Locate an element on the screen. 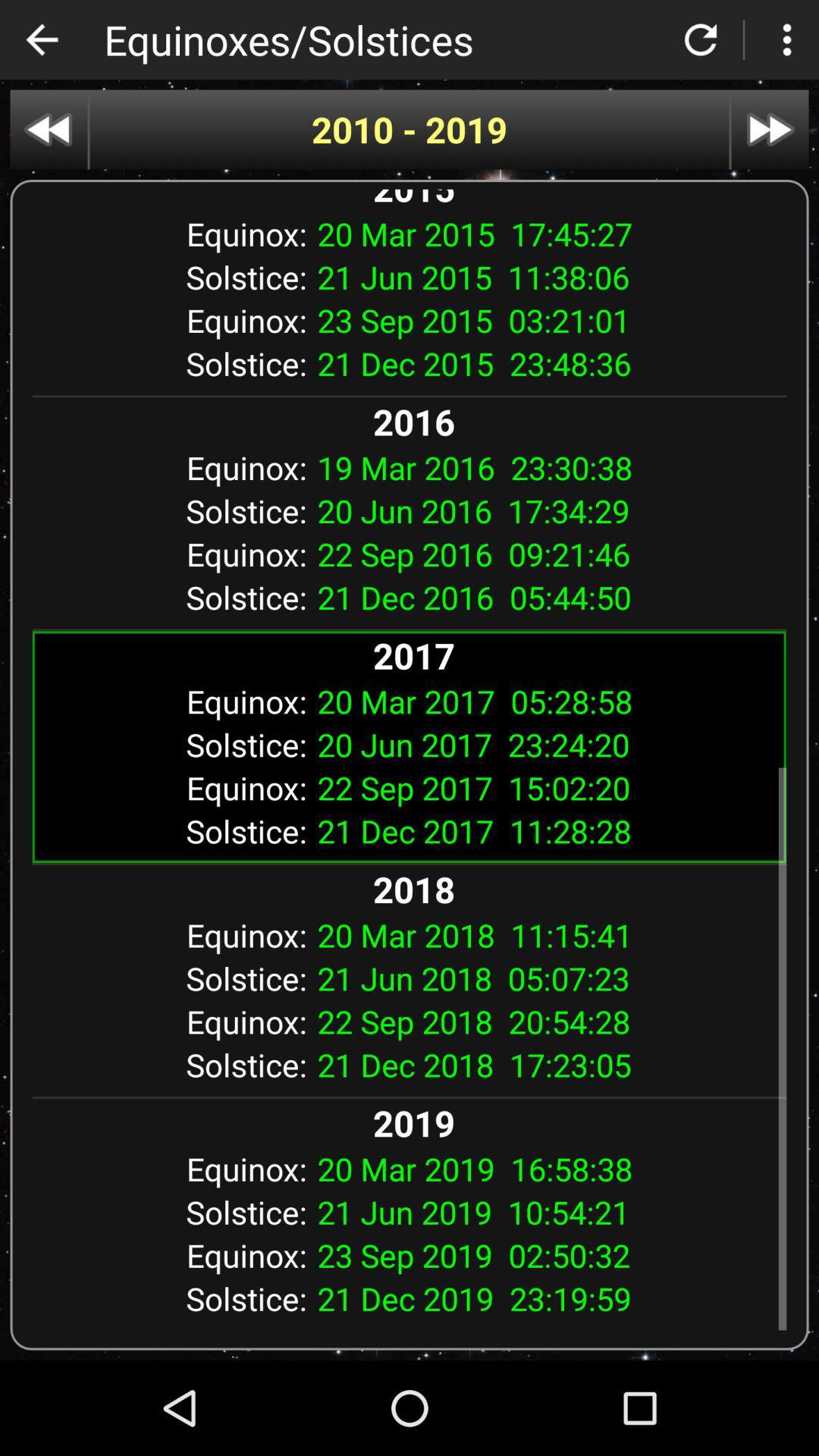 The height and width of the screenshot is (1456, 819). go back is located at coordinates (41, 39).